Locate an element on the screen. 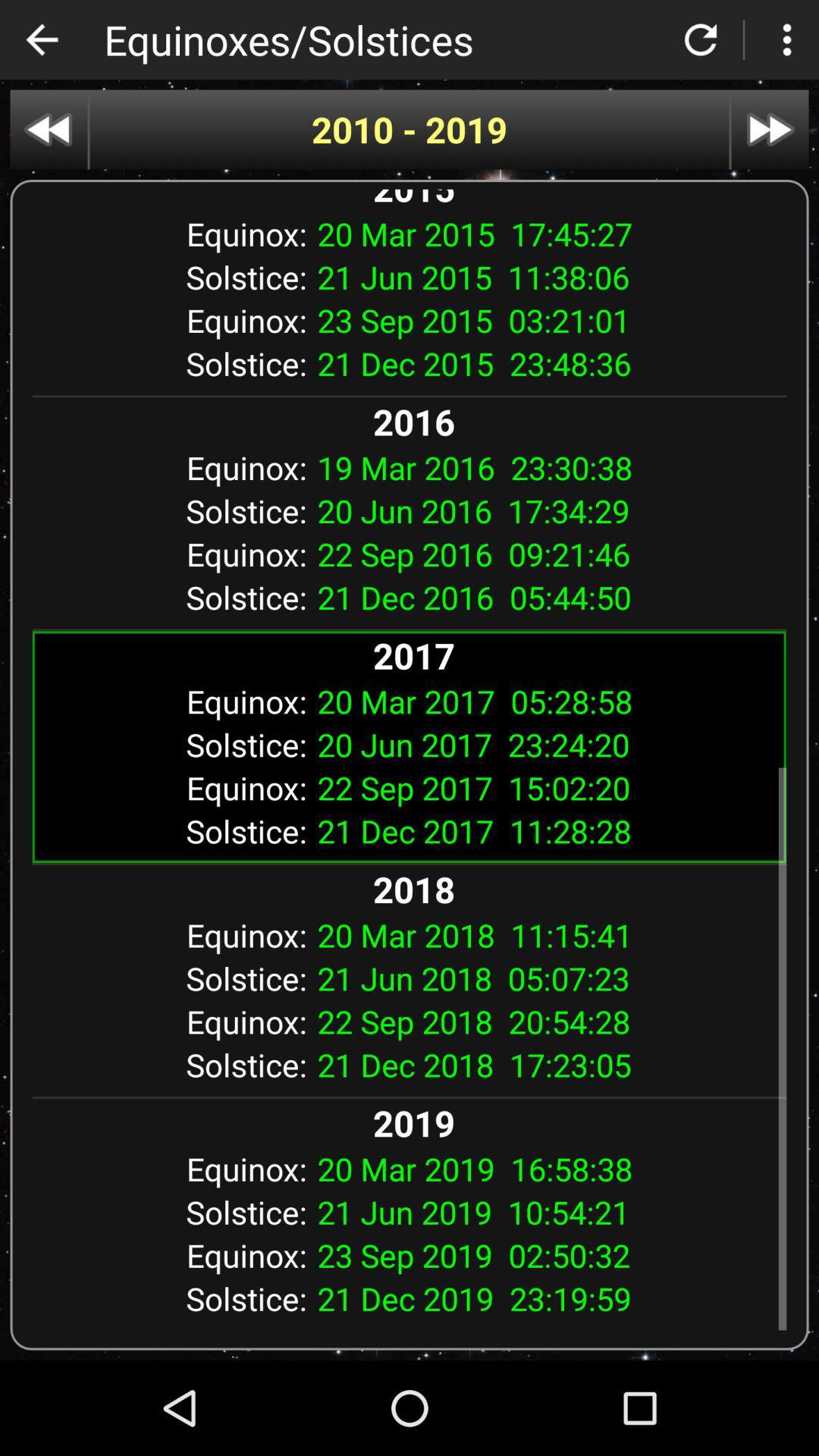 The height and width of the screenshot is (1456, 819). go back is located at coordinates (41, 39).